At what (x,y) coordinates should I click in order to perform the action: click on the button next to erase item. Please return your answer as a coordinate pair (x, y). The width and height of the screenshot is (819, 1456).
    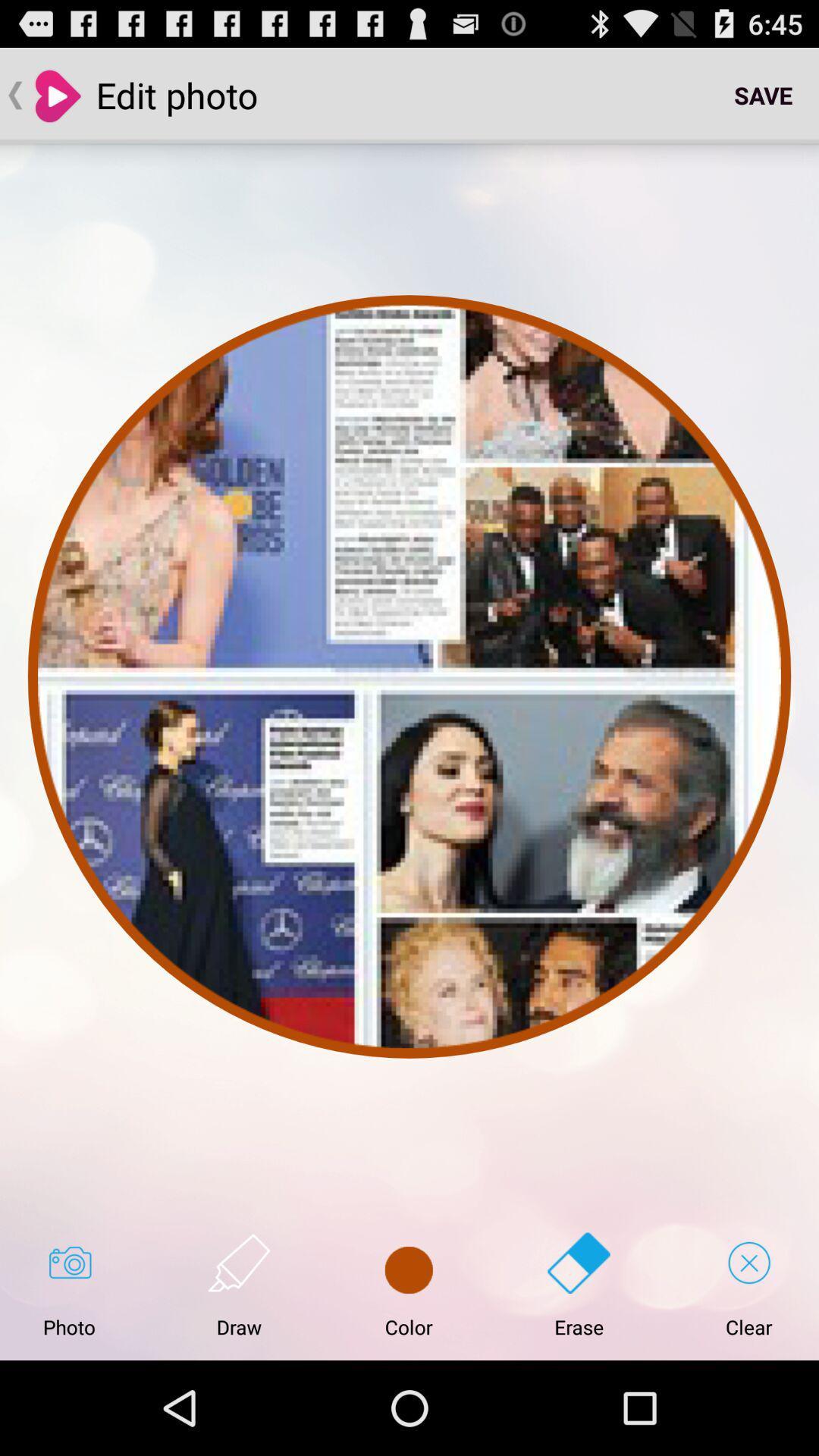
    Looking at the image, I should click on (408, 1285).